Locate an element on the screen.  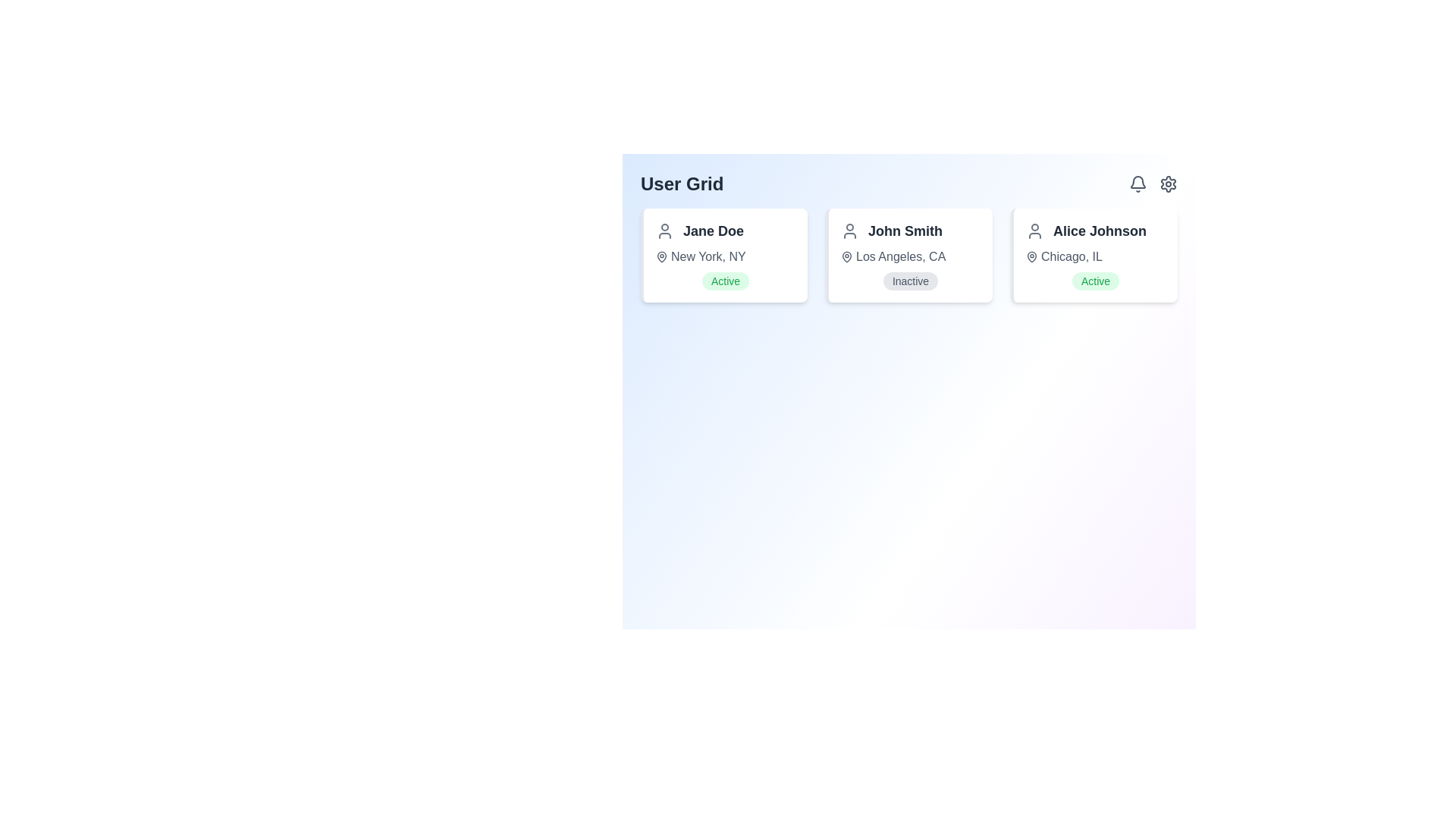
the location pin icon located in Jane Doe's information card, positioned above the text 'New York, NY' is located at coordinates (662, 256).